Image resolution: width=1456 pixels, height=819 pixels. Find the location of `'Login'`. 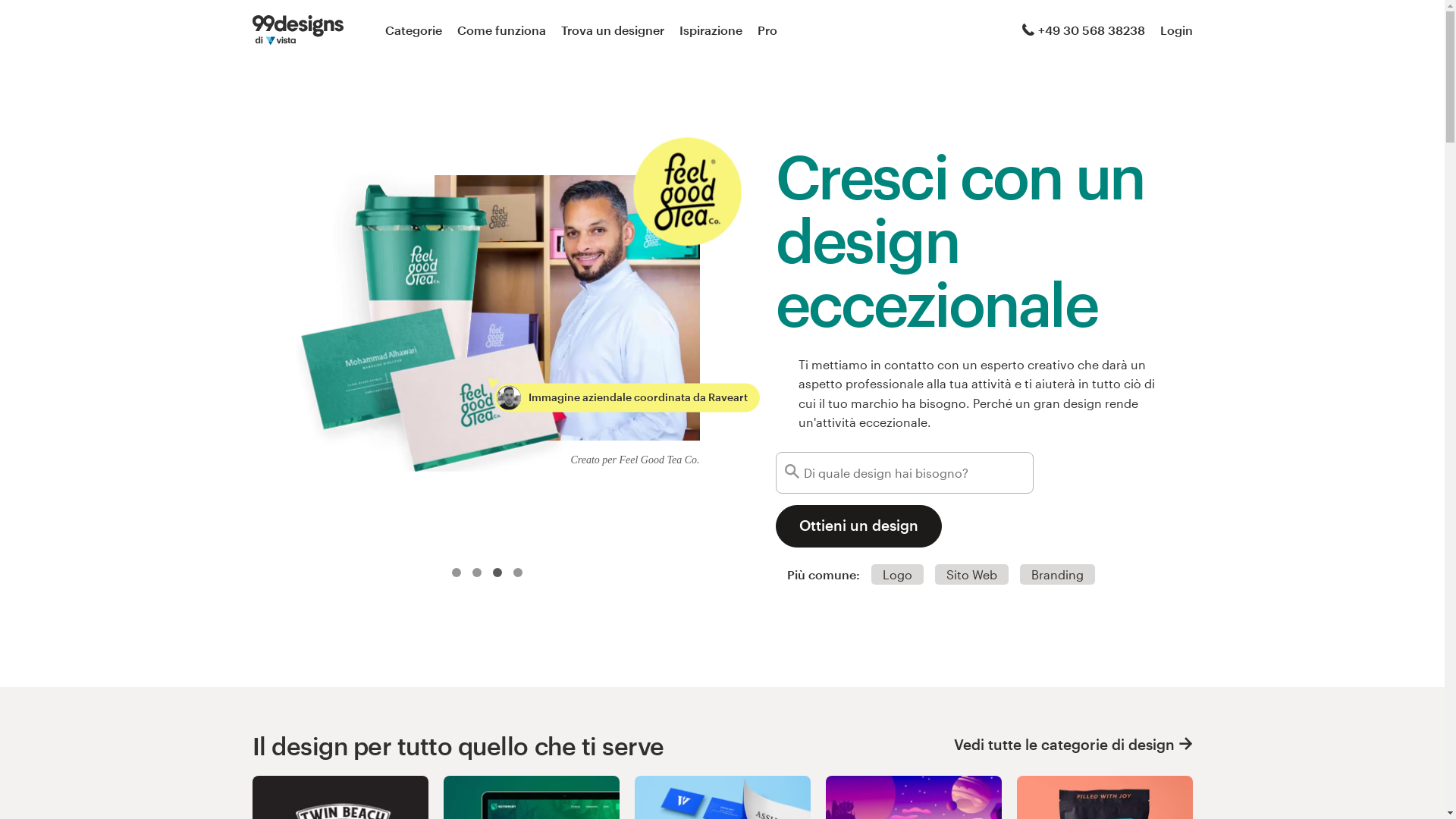

'Login' is located at coordinates (1175, 30).